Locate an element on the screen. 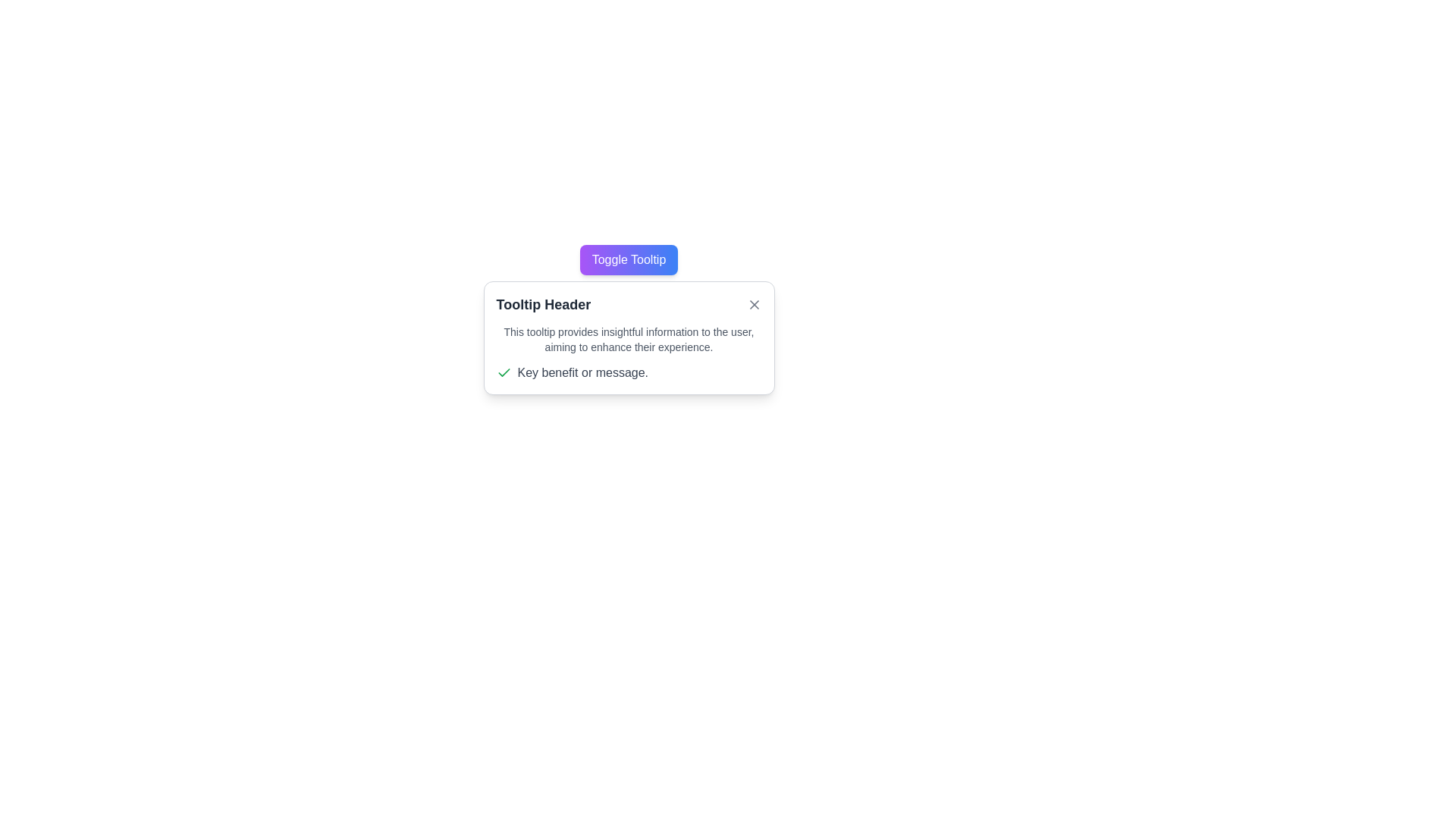 This screenshot has width=1456, height=819. the header text element located at the upper-left section of the modal tooltip, which serves as the title or label for the content below it is located at coordinates (543, 304).